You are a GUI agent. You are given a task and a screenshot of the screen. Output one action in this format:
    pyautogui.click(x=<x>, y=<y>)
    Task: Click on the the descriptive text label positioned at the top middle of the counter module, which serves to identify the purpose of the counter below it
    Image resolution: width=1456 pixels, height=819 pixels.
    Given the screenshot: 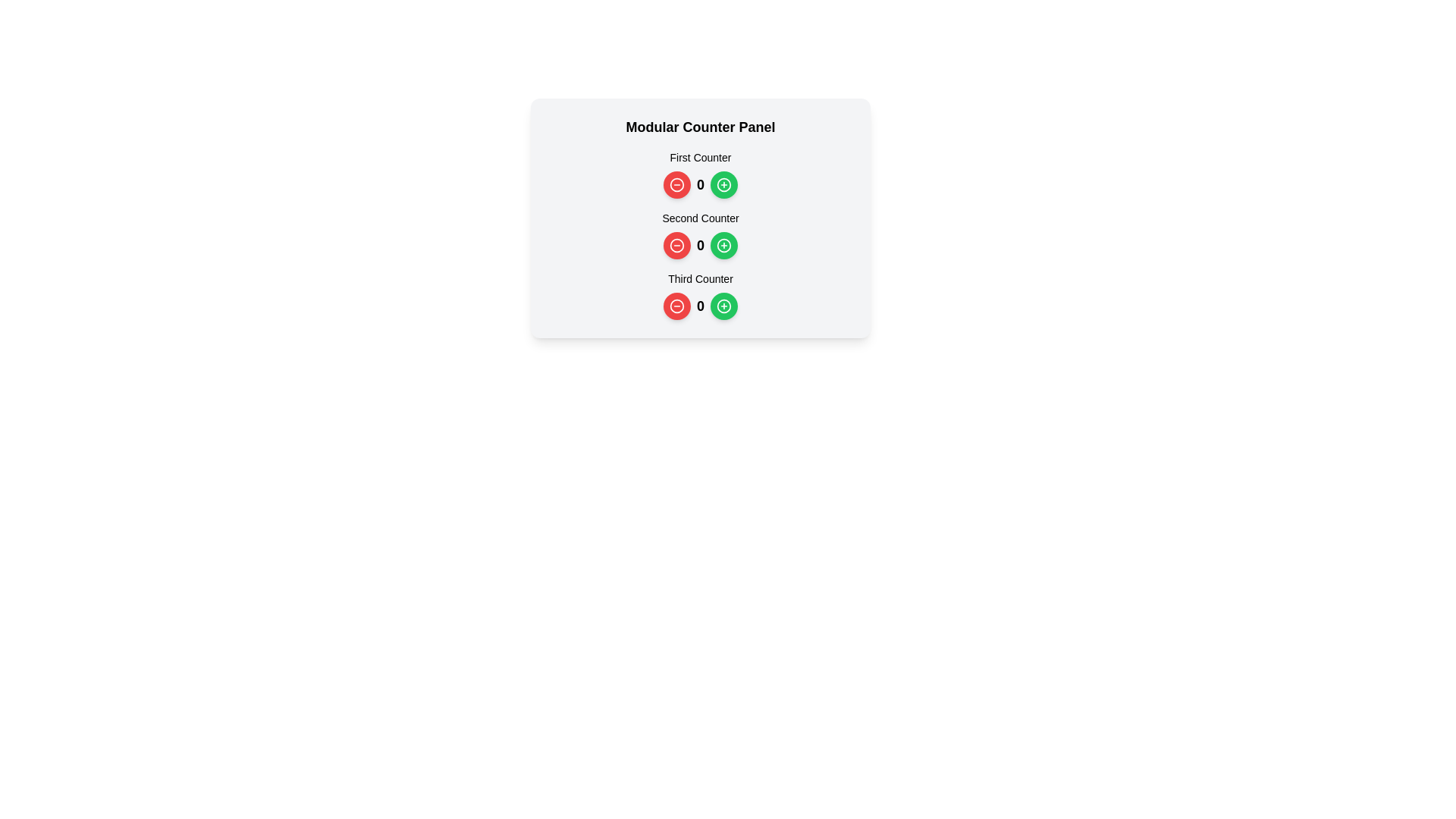 What is the action you would take?
    pyautogui.click(x=700, y=158)
    